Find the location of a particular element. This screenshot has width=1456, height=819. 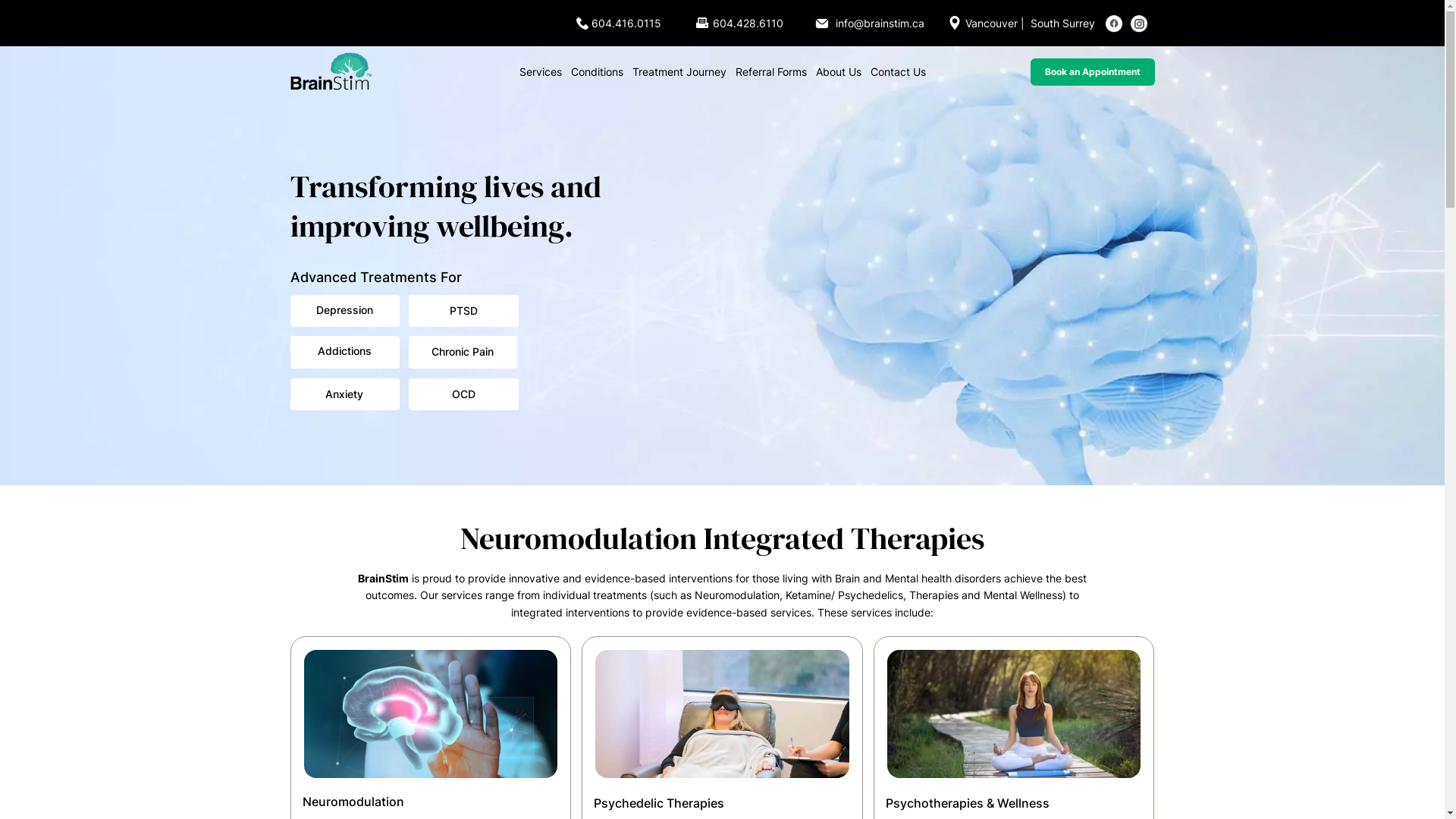

'Treatment Journey' is located at coordinates (679, 72).